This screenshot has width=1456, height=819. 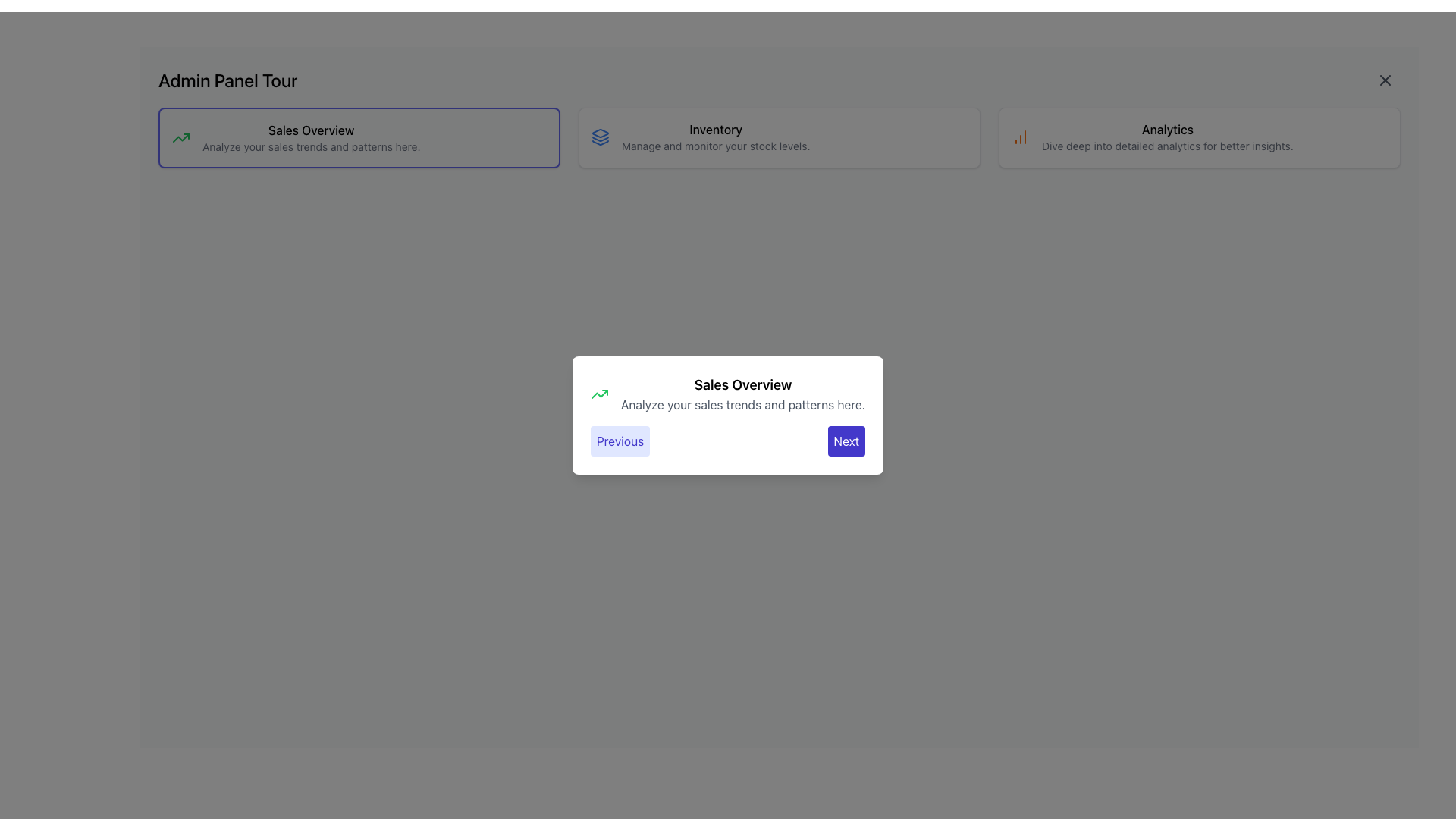 What do you see at coordinates (715, 146) in the screenshot?
I see `the descriptive text label located in the middle card below the 'Inventory' text, which provides guidance related to the Inventory section` at bounding box center [715, 146].